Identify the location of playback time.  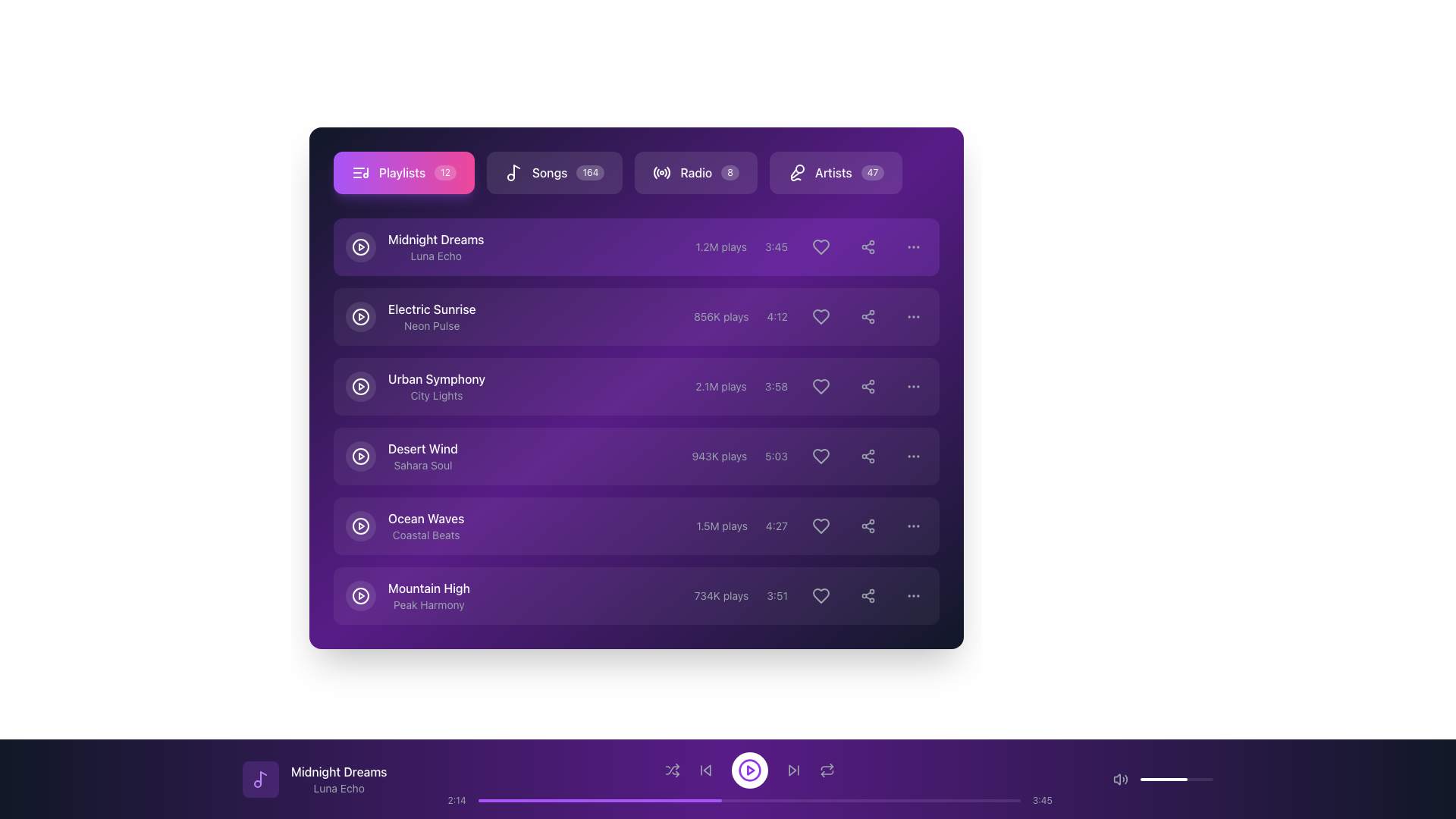
(694, 800).